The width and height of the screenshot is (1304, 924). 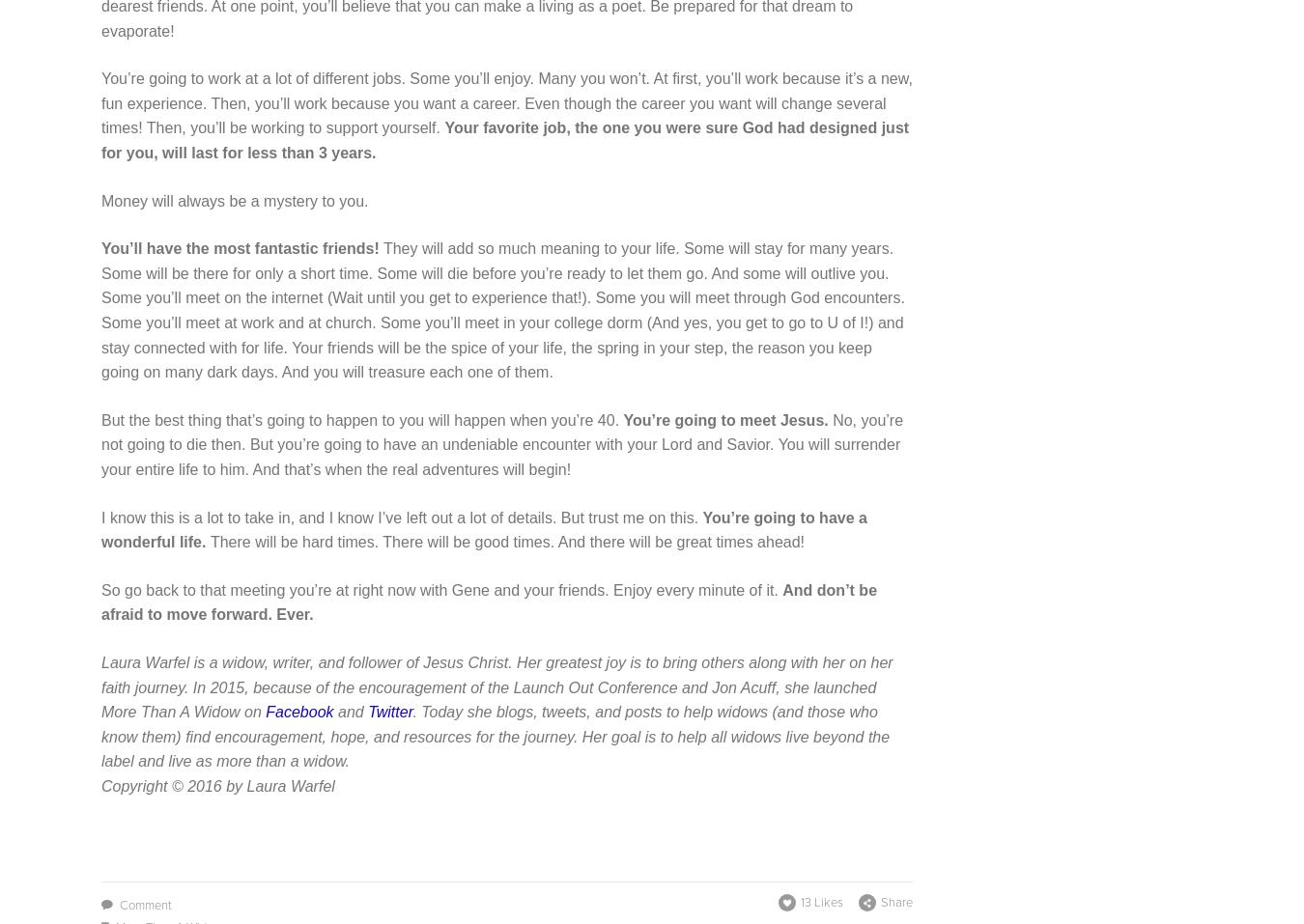 What do you see at coordinates (351, 712) in the screenshot?
I see `'and'` at bounding box center [351, 712].